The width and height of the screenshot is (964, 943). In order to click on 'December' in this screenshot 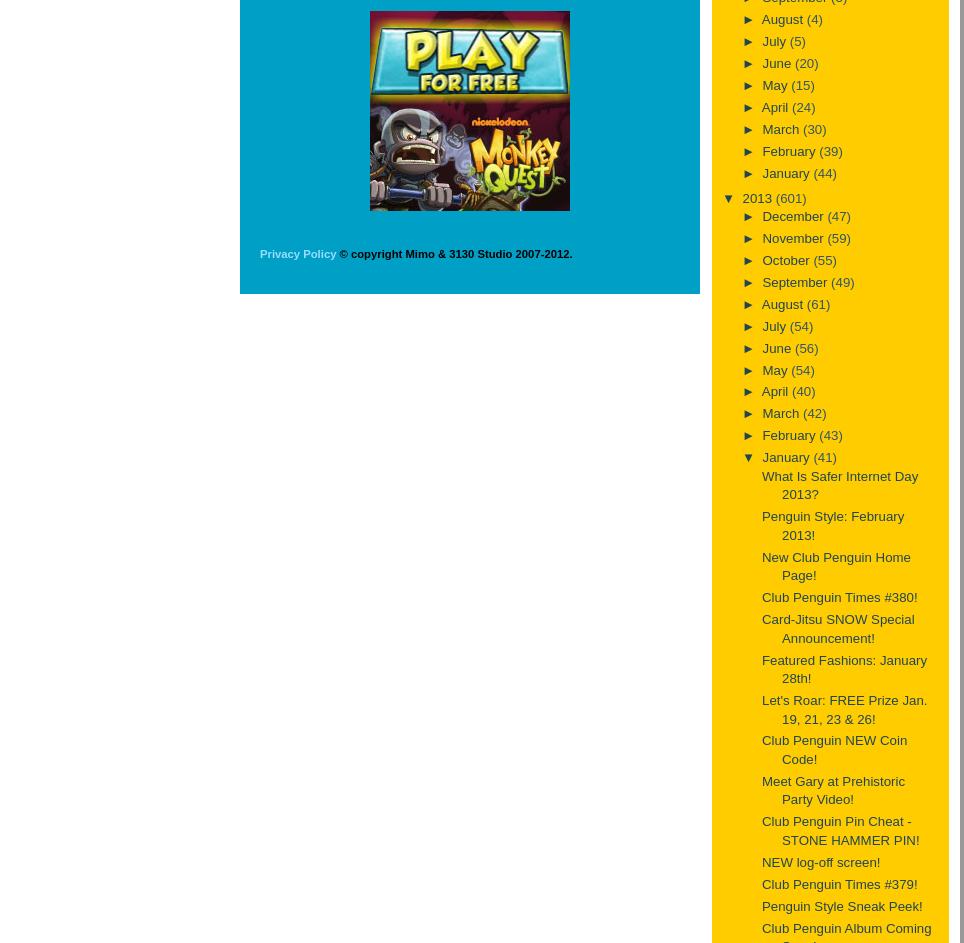, I will do `click(794, 216)`.